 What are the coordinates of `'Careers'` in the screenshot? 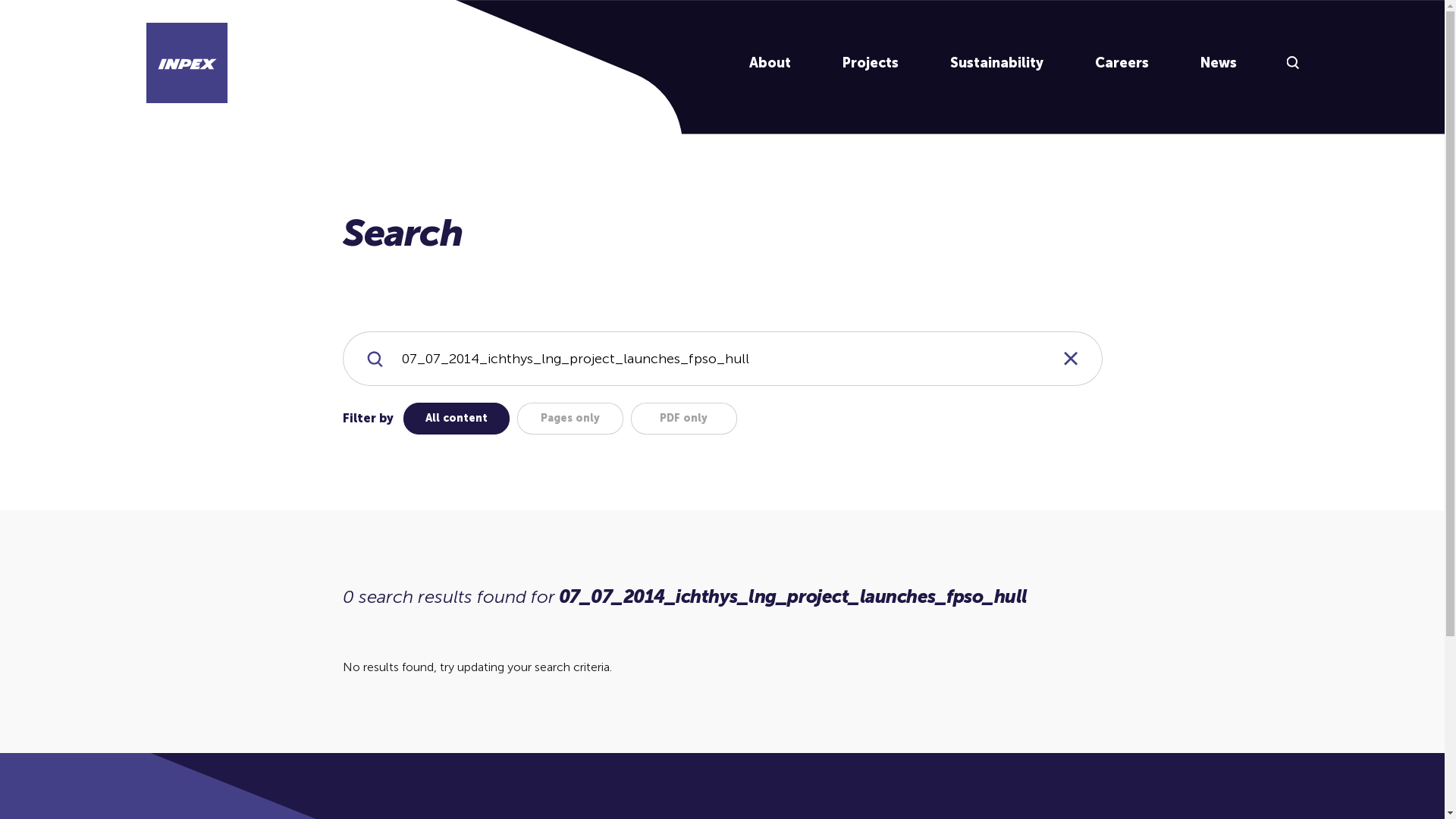 It's located at (1122, 62).